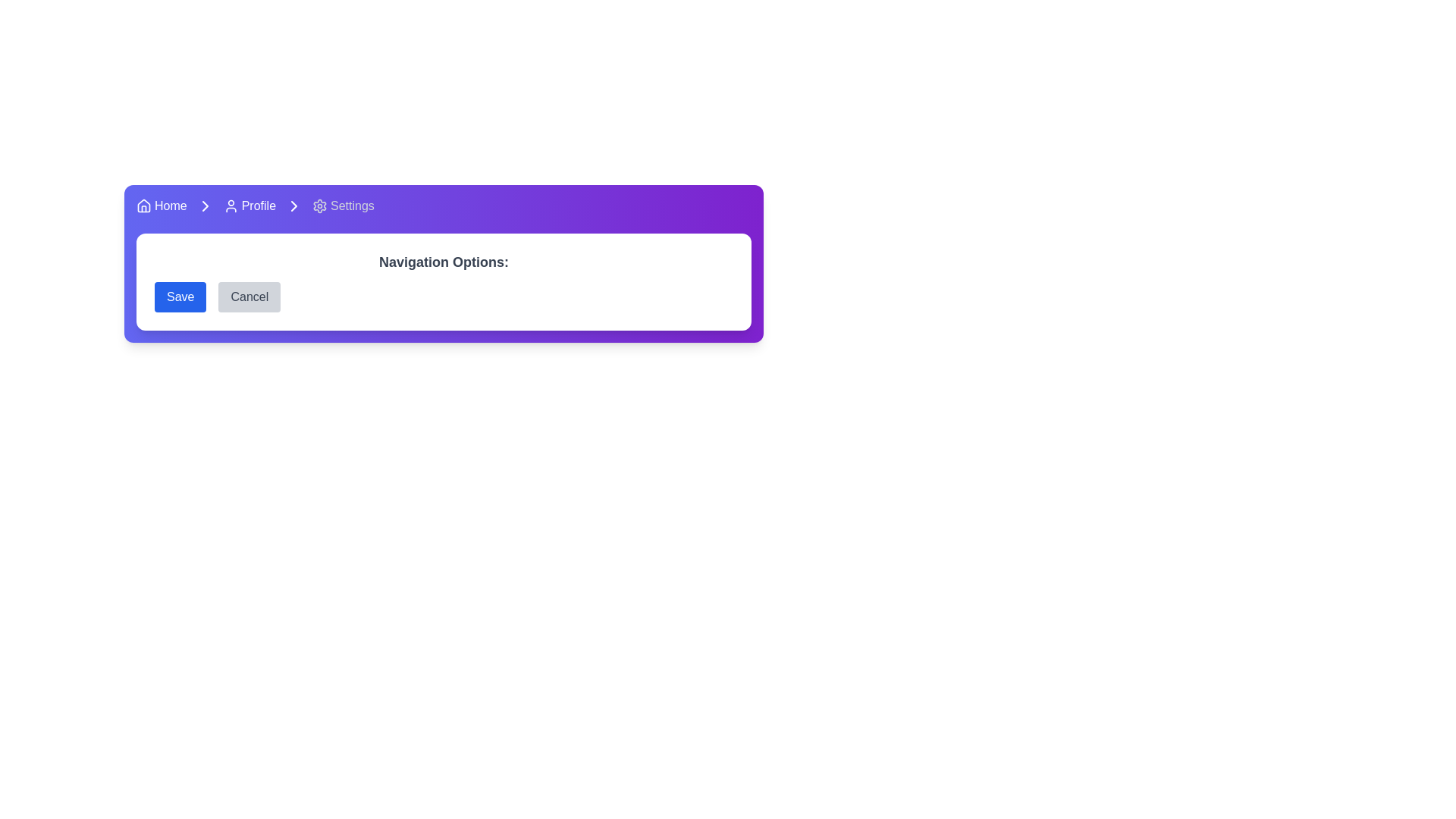 The width and height of the screenshot is (1456, 819). Describe the element at coordinates (204, 206) in the screenshot. I see `right-facing chevron icon located in the navigation interface between the 'Profile' and 'Settings' text elements` at that location.